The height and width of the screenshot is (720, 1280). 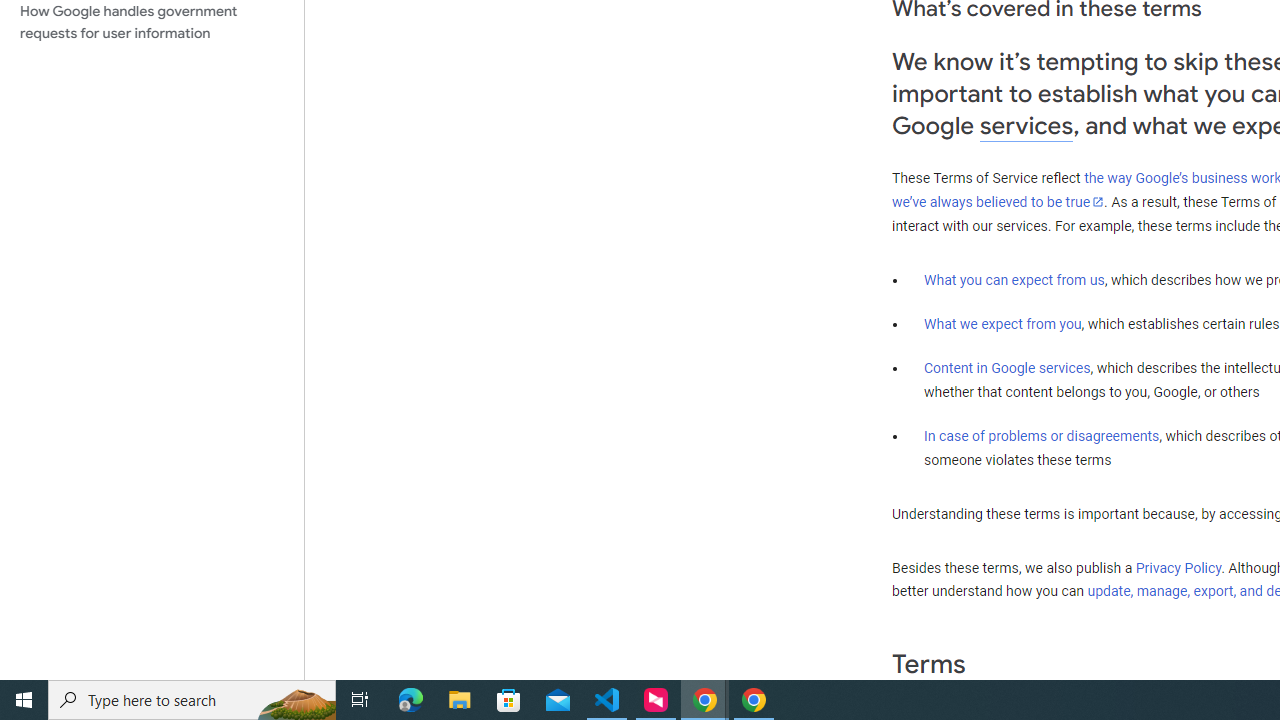 I want to click on 'services', so click(x=1026, y=125).